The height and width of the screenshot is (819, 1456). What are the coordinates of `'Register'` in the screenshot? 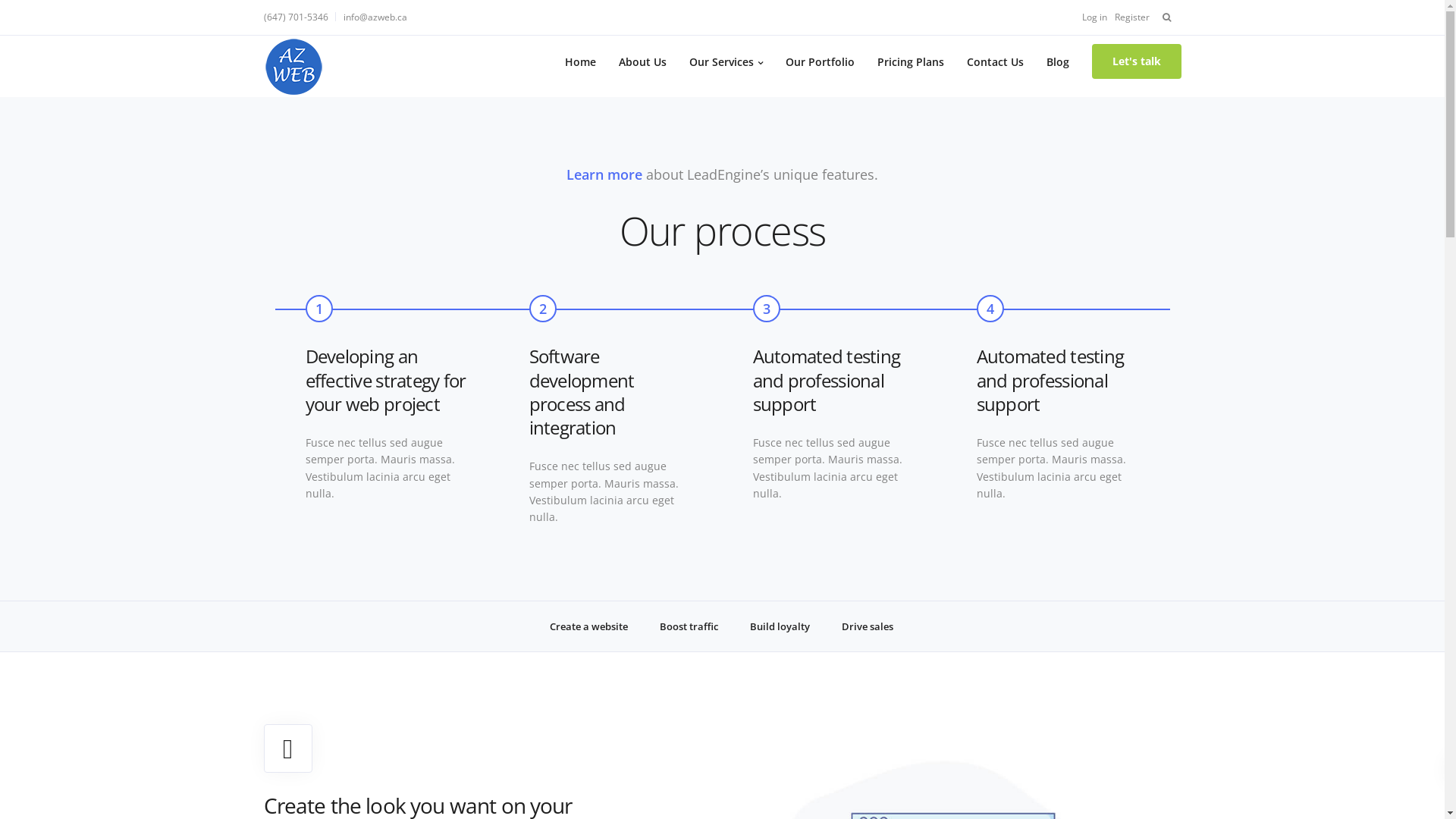 It's located at (1131, 17).